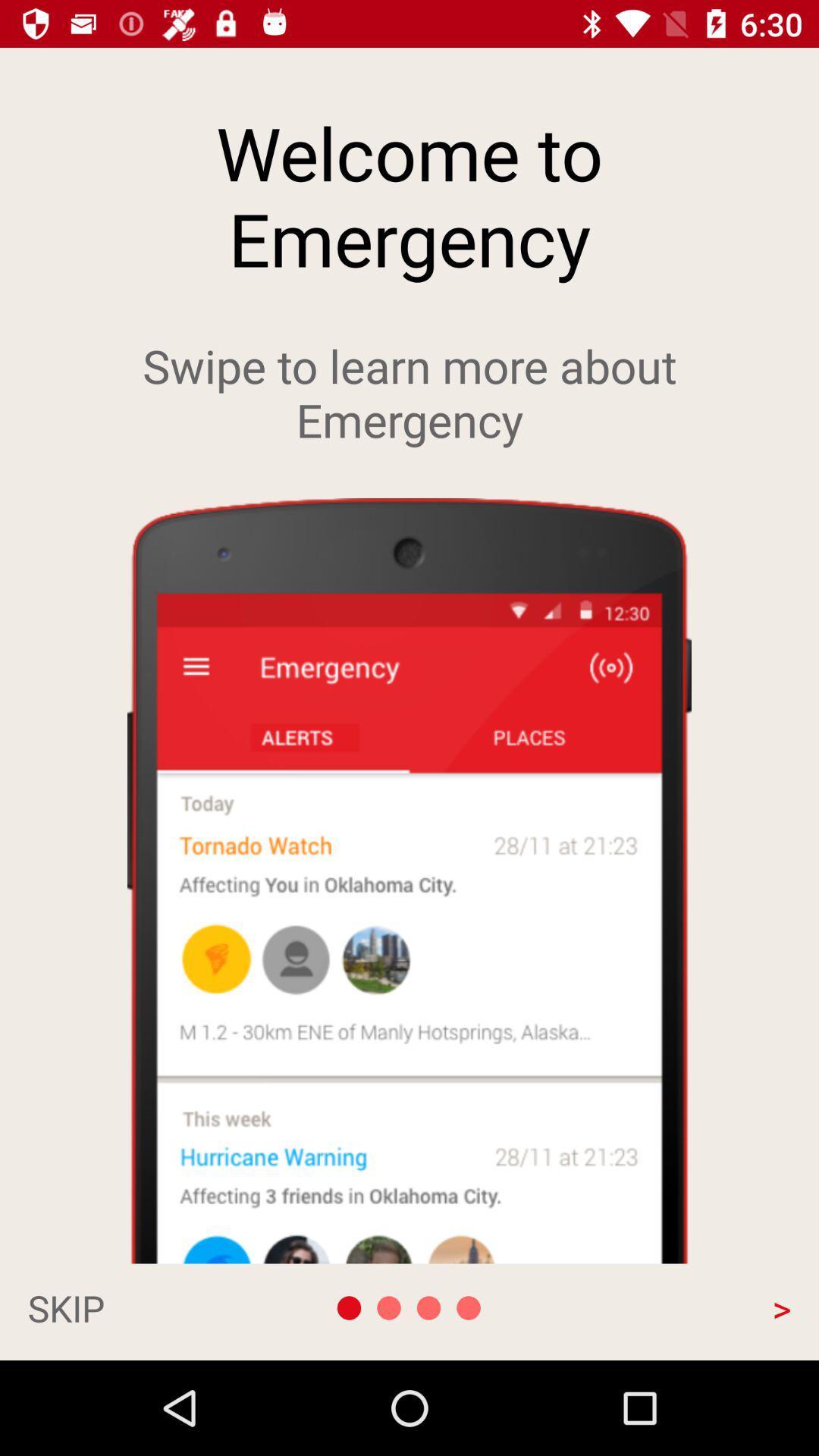  What do you see at coordinates (676, 1307) in the screenshot?
I see `the > icon` at bounding box center [676, 1307].